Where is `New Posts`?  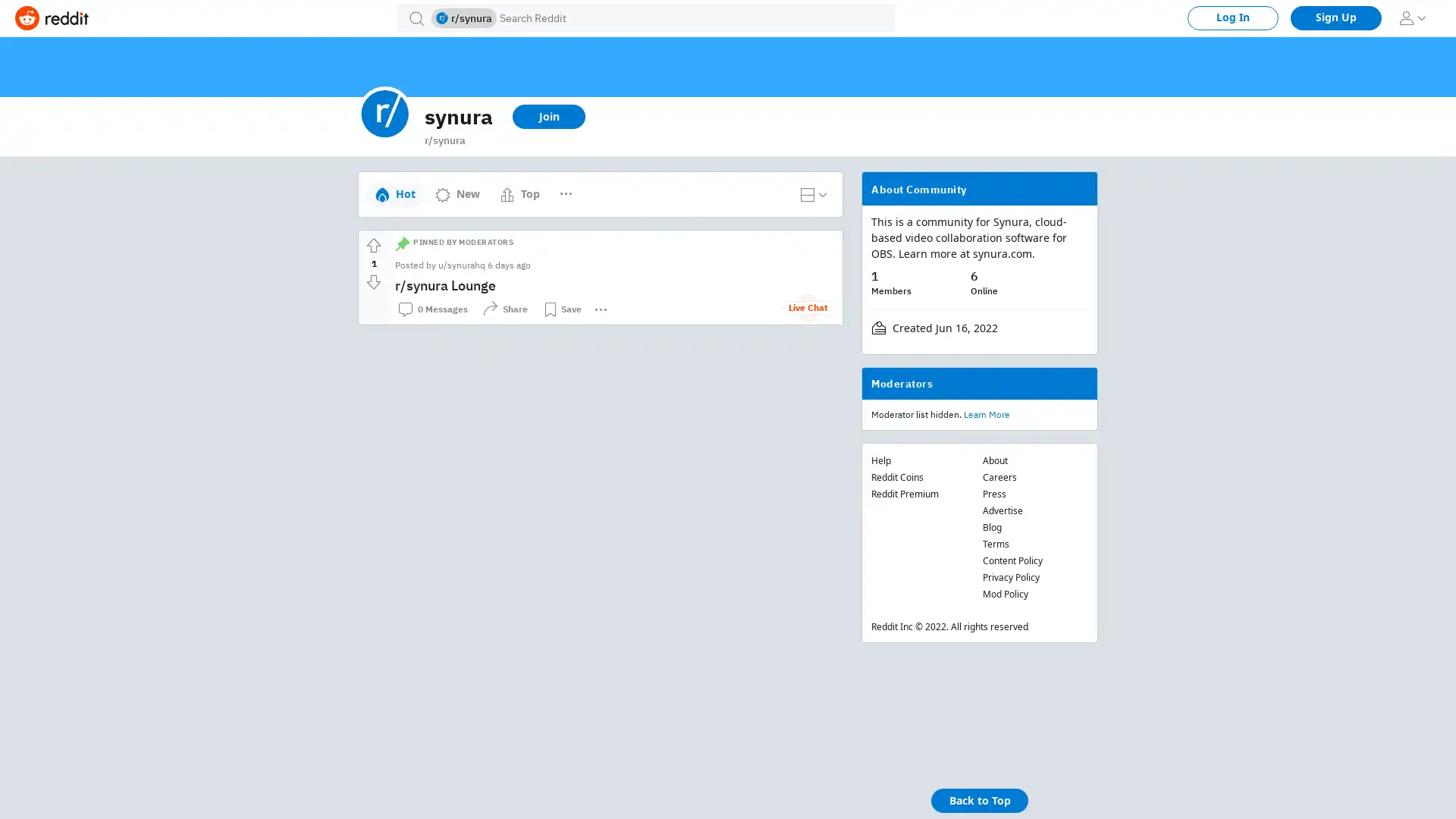 New Posts is located at coordinates (588, 187).